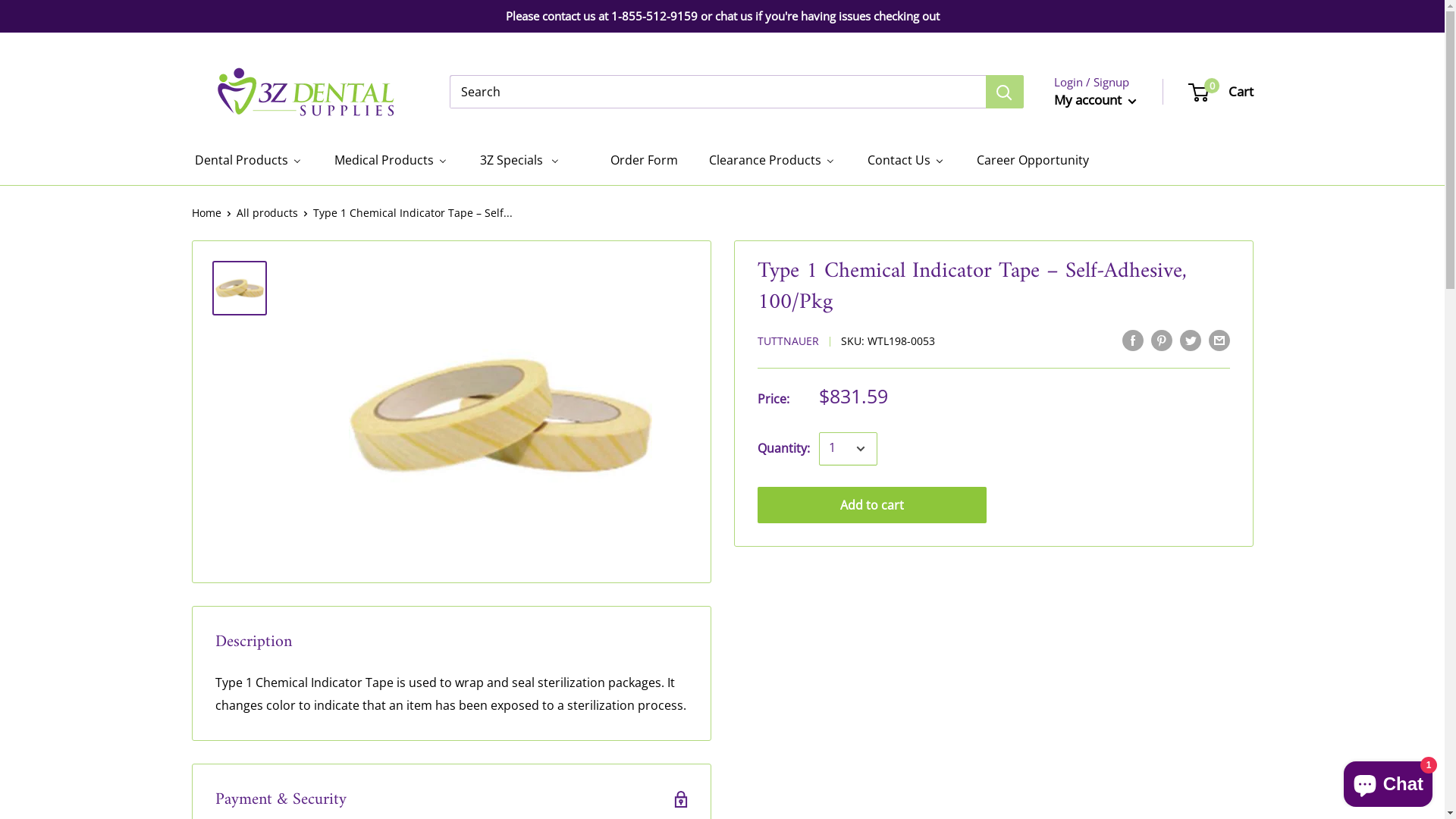  I want to click on 'Contact Us', so click(905, 160).